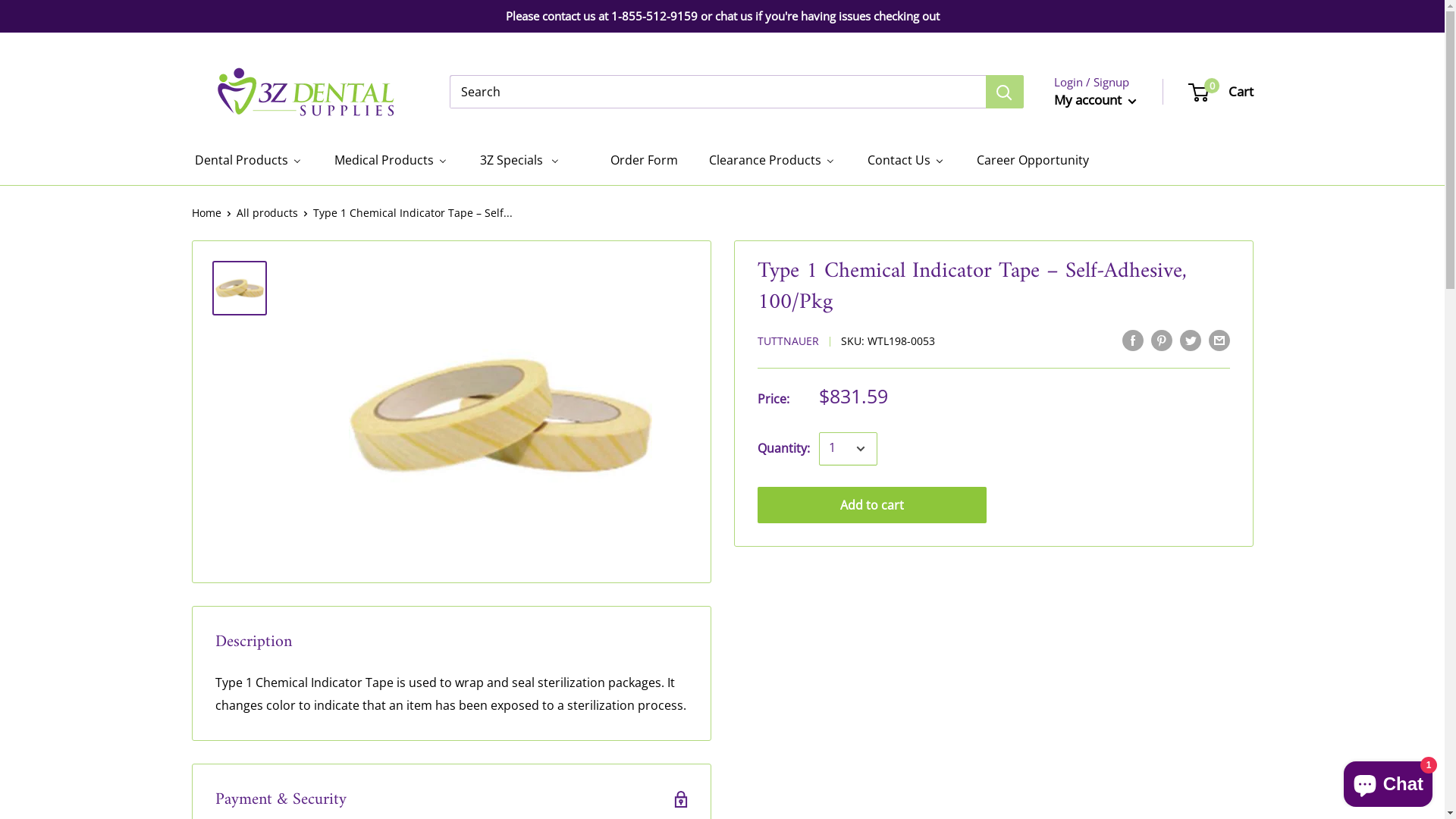  I want to click on 'Contact Us', so click(905, 160).